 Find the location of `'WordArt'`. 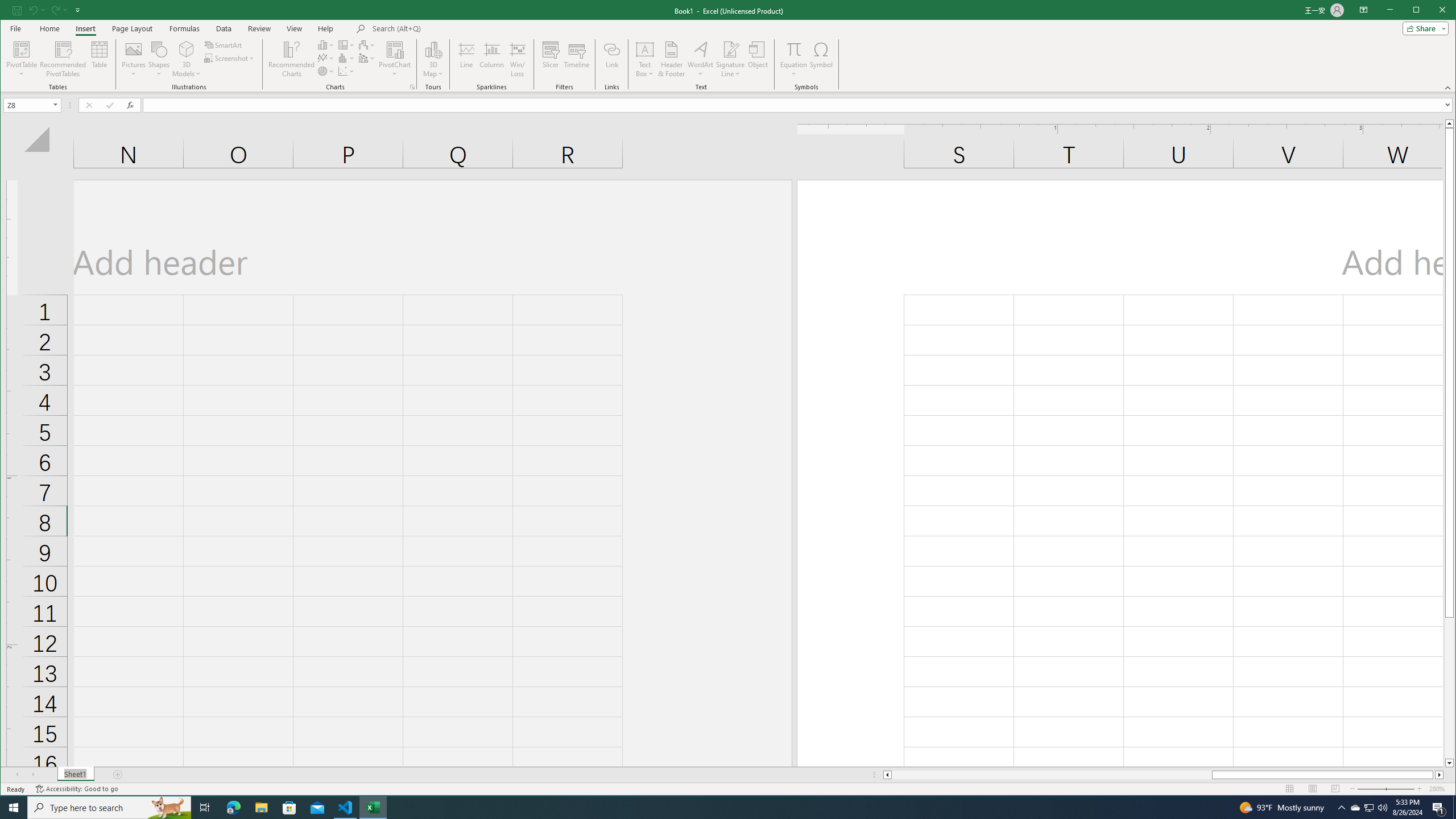

'WordArt' is located at coordinates (700, 59).